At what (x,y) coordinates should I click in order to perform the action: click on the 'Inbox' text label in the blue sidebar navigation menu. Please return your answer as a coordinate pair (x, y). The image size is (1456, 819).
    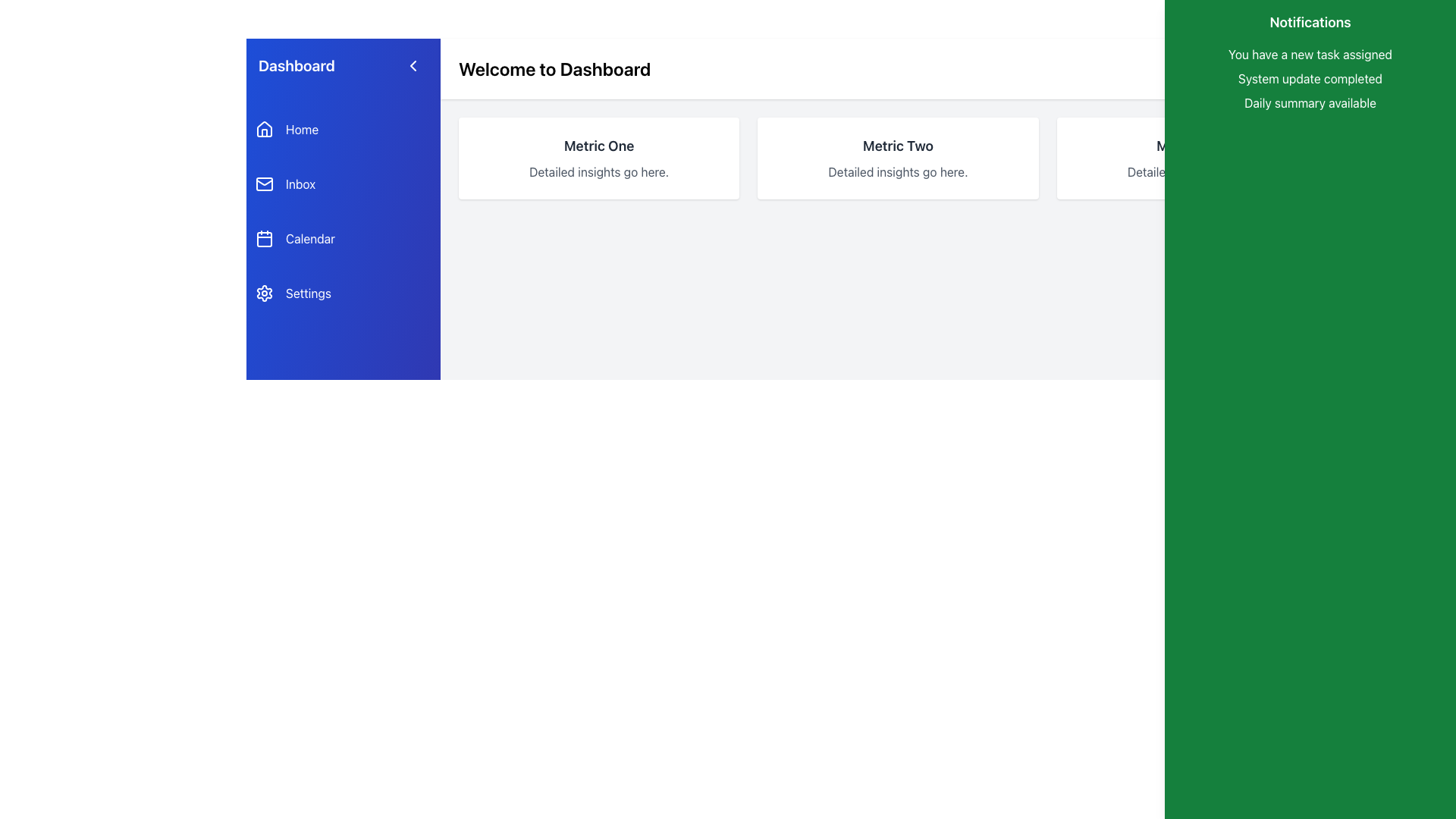
    Looking at the image, I should click on (300, 184).